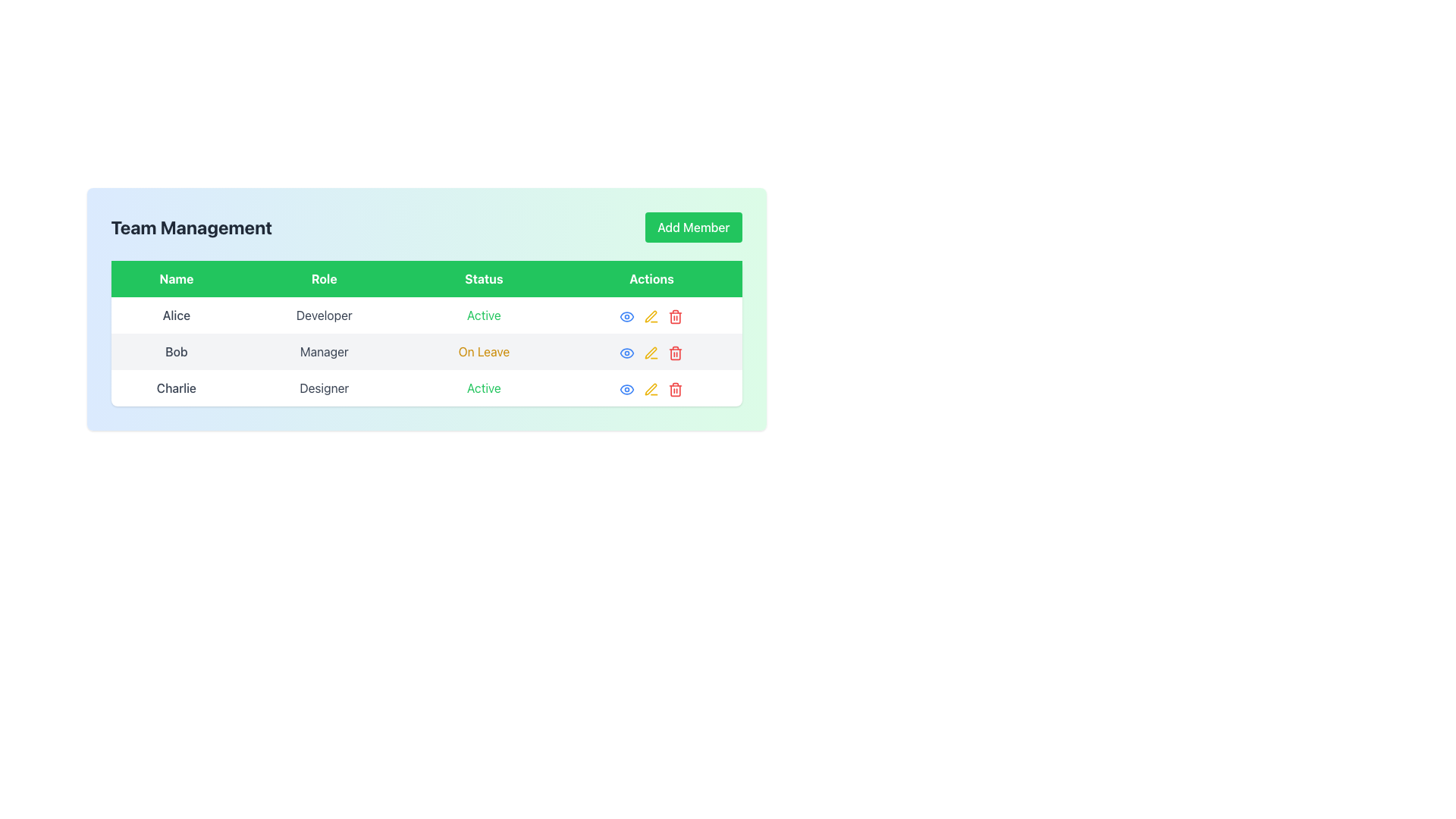  Describe the element at coordinates (627, 315) in the screenshot. I see `the first icon button in the 'Actions' column of the first row (labeled Alice) within the 'Team Management' table` at that location.